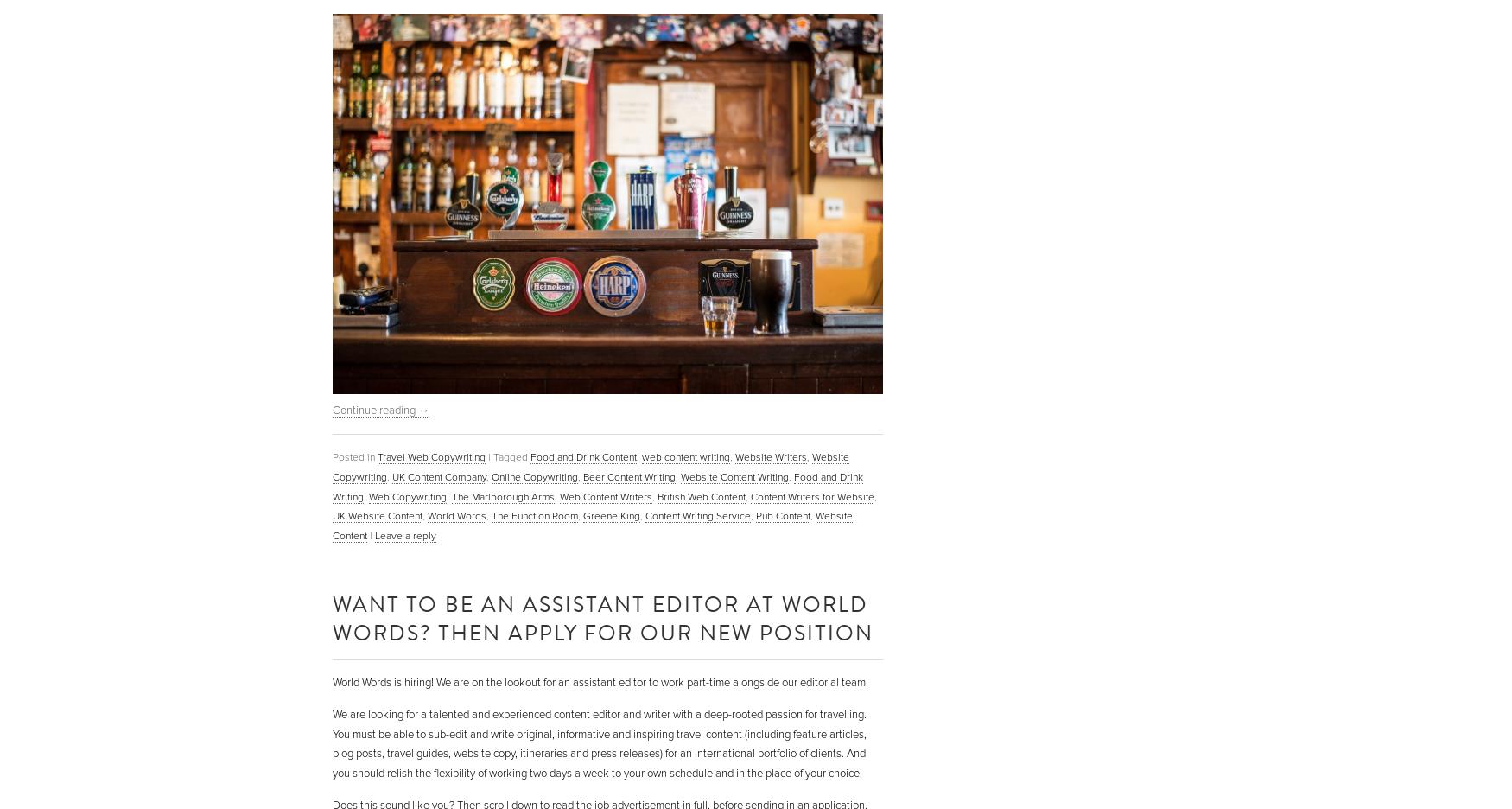  Describe the element at coordinates (376, 515) in the screenshot. I see `'UK Website Content'` at that location.